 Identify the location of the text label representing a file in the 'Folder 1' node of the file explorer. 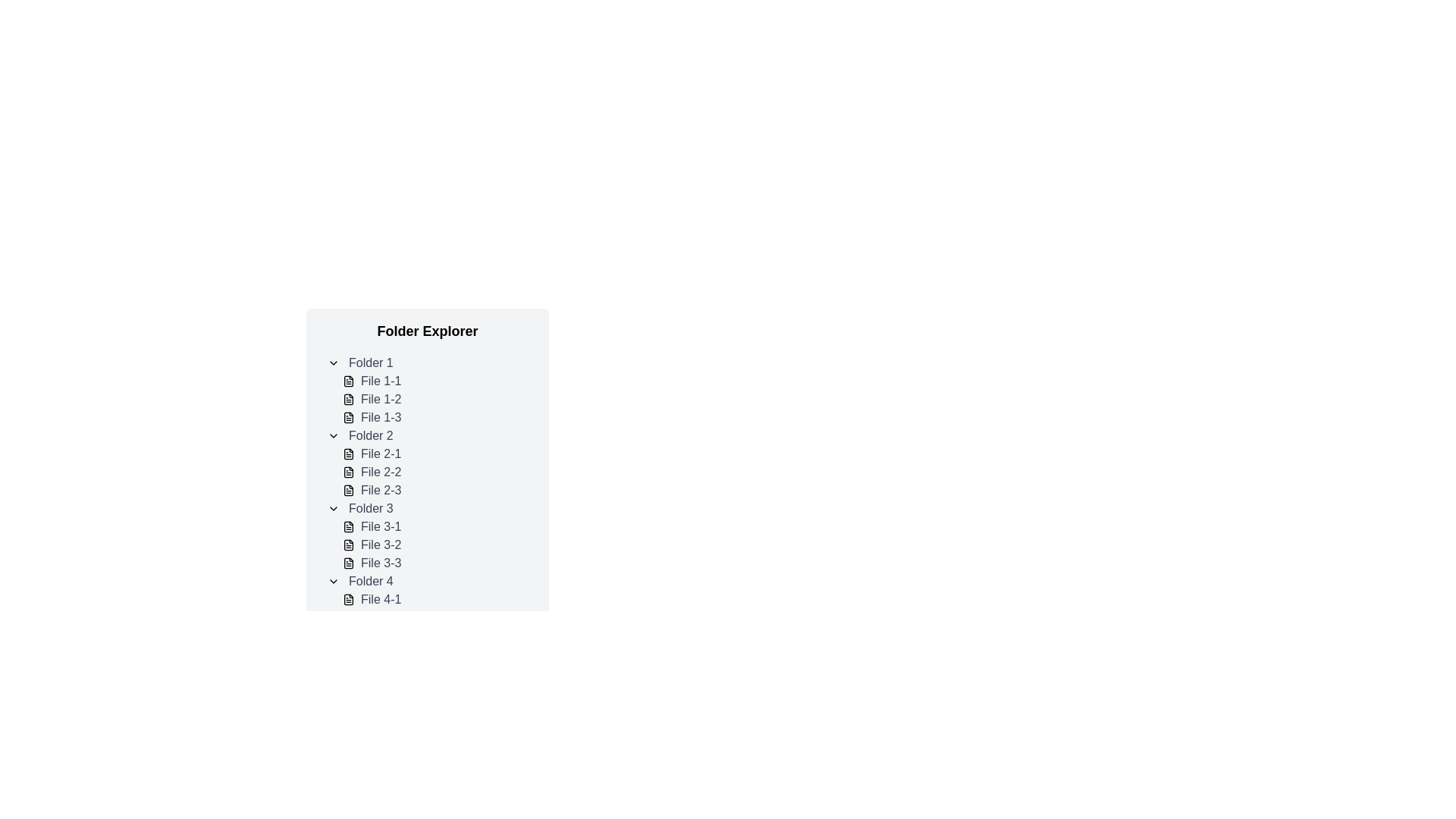
(381, 380).